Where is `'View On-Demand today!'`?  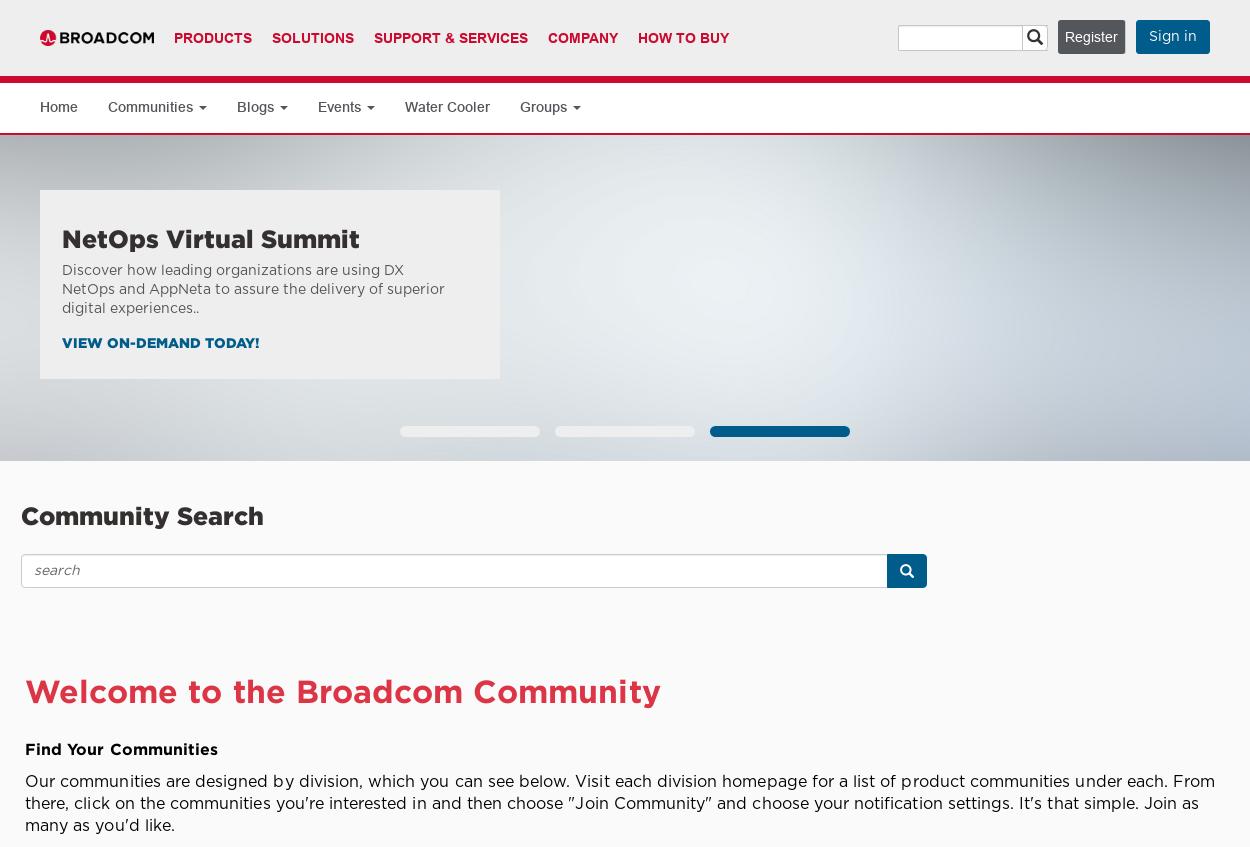 'View On-Demand today!' is located at coordinates (62, 341).